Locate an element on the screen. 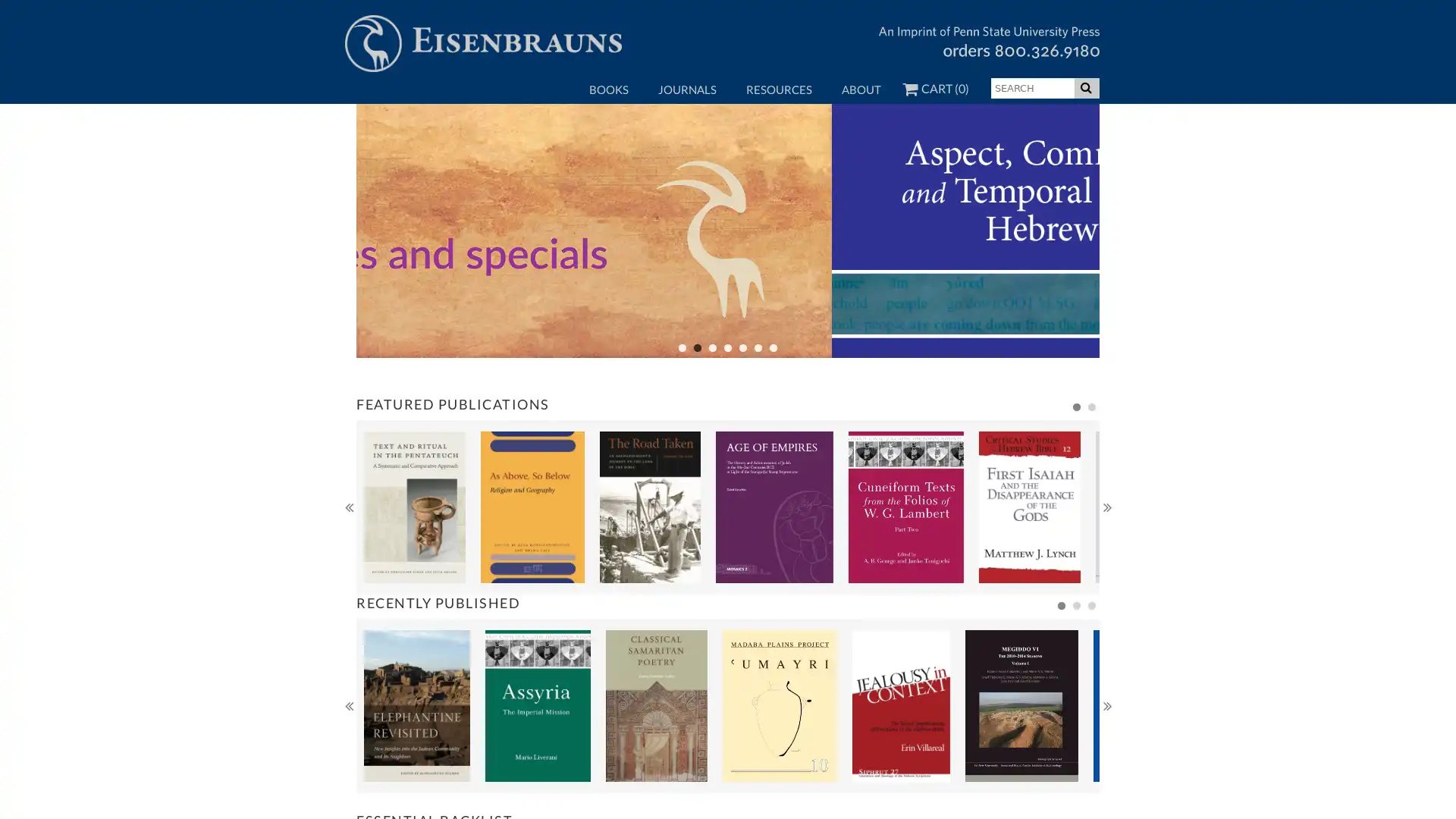  Next is located at coordinates (1106, 564).